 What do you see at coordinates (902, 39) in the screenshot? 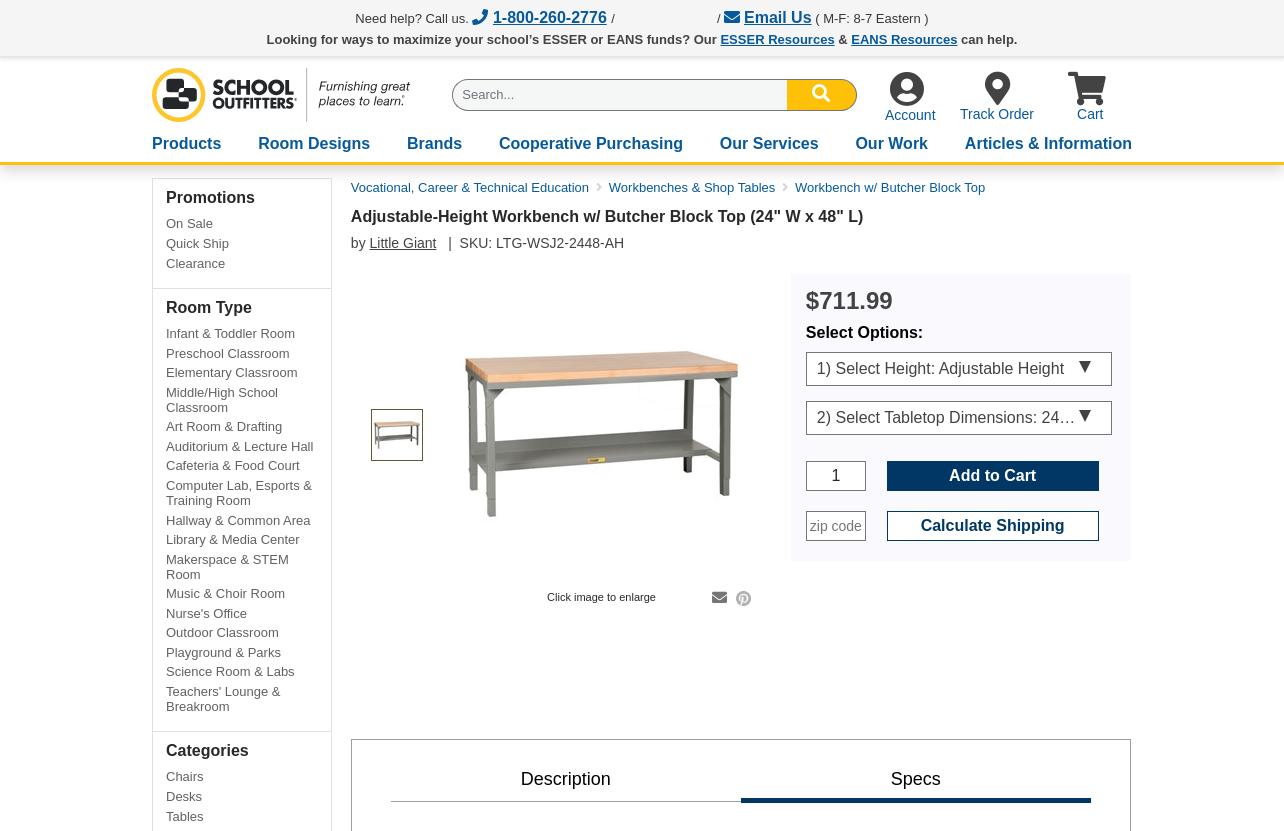
I see `'EANS Resources'` at bounding box center [902, 39].